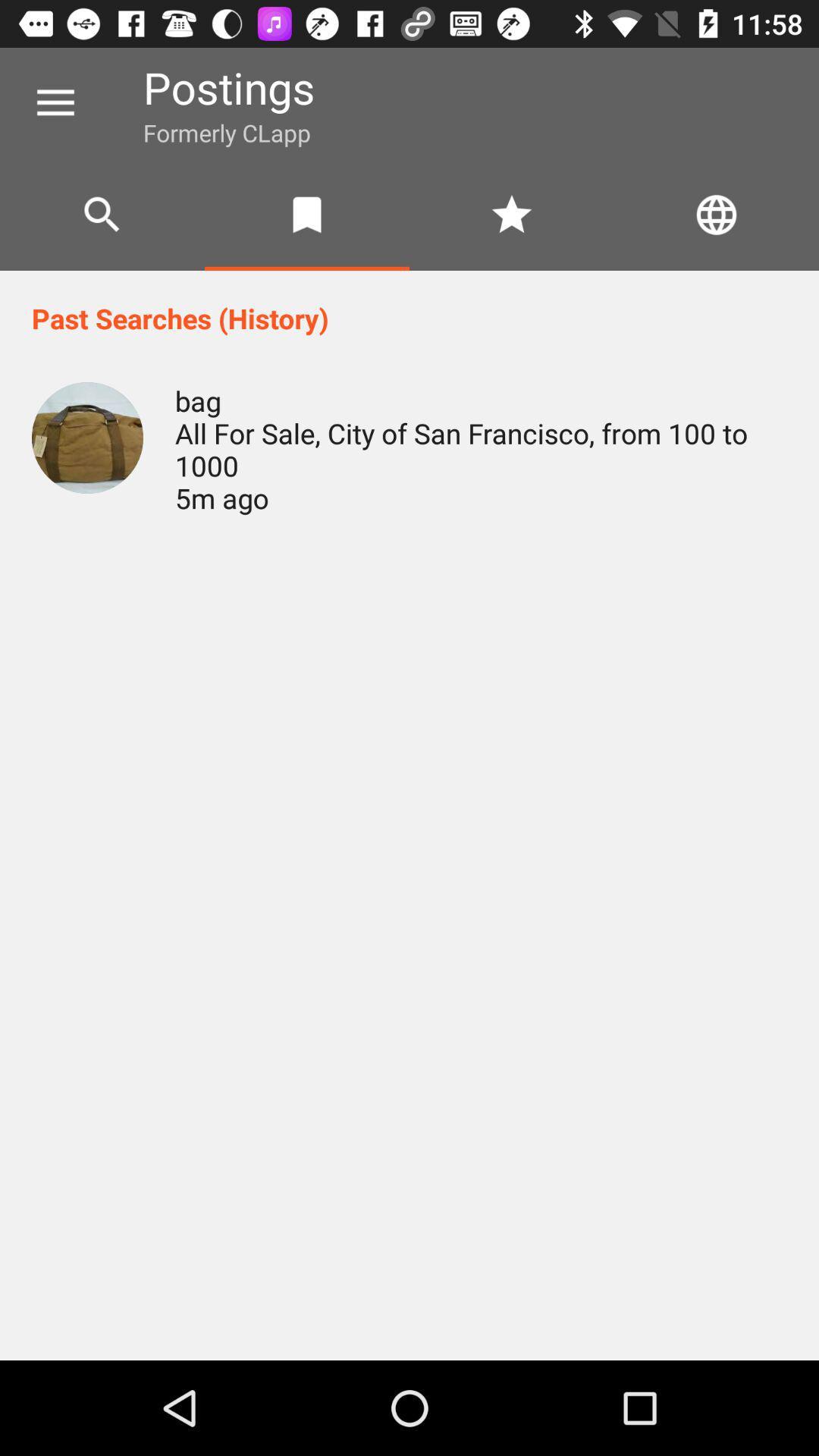  Describe the element at coordinates (87, 437) in the screenshot. I see `icon to the left of bag all for` at that location.